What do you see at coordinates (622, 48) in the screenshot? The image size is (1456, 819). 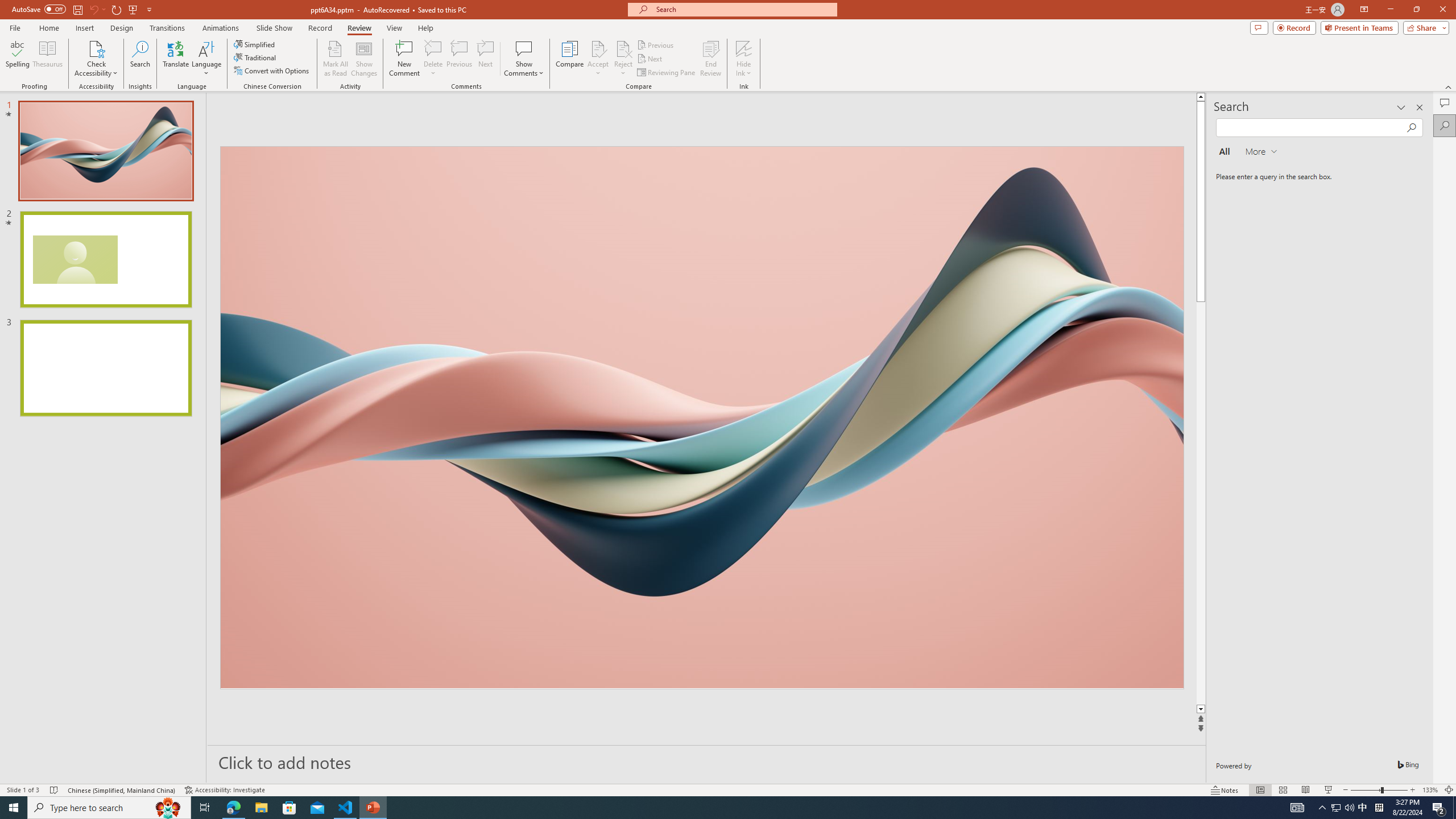 I see `'Reject Change'` at bounding box center [622, 48].